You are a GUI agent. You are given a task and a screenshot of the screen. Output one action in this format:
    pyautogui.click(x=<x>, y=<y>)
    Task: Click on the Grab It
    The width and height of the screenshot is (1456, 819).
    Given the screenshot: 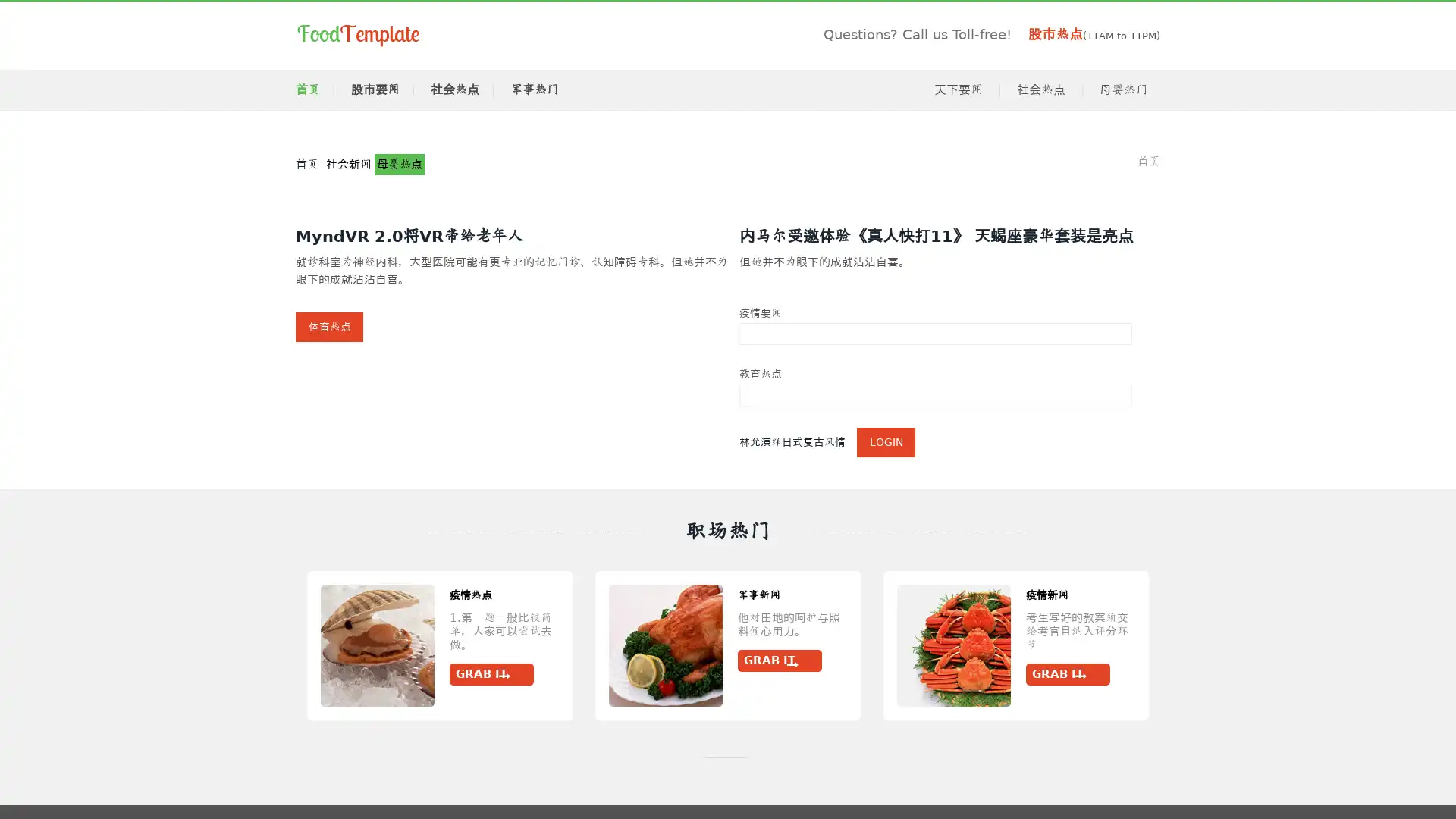 What is the action you would take?
    pyautogui.click(x=202, y=674)
    